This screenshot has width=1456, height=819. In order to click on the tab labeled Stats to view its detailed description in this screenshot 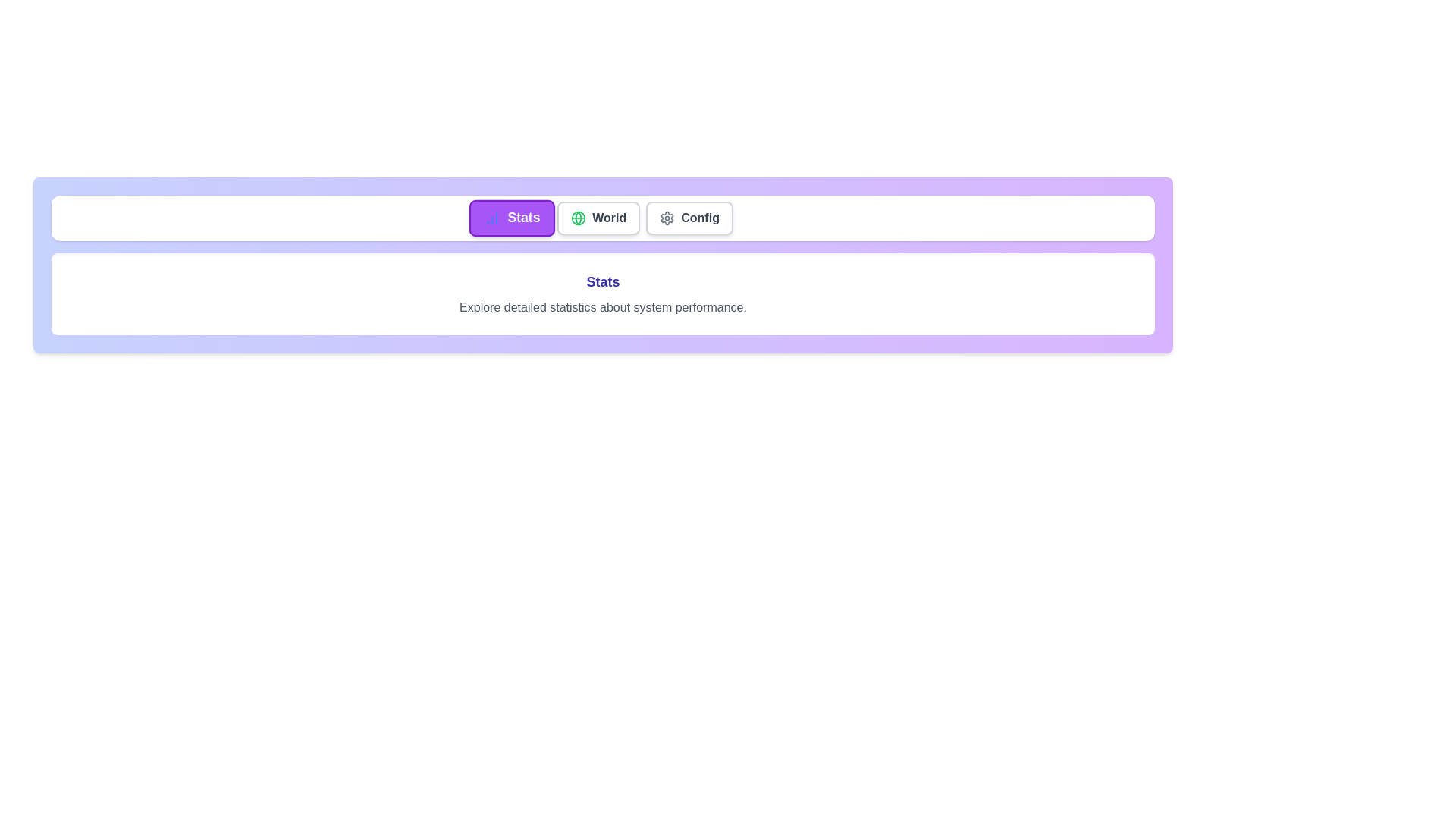, I will do `click(512, 218)`.